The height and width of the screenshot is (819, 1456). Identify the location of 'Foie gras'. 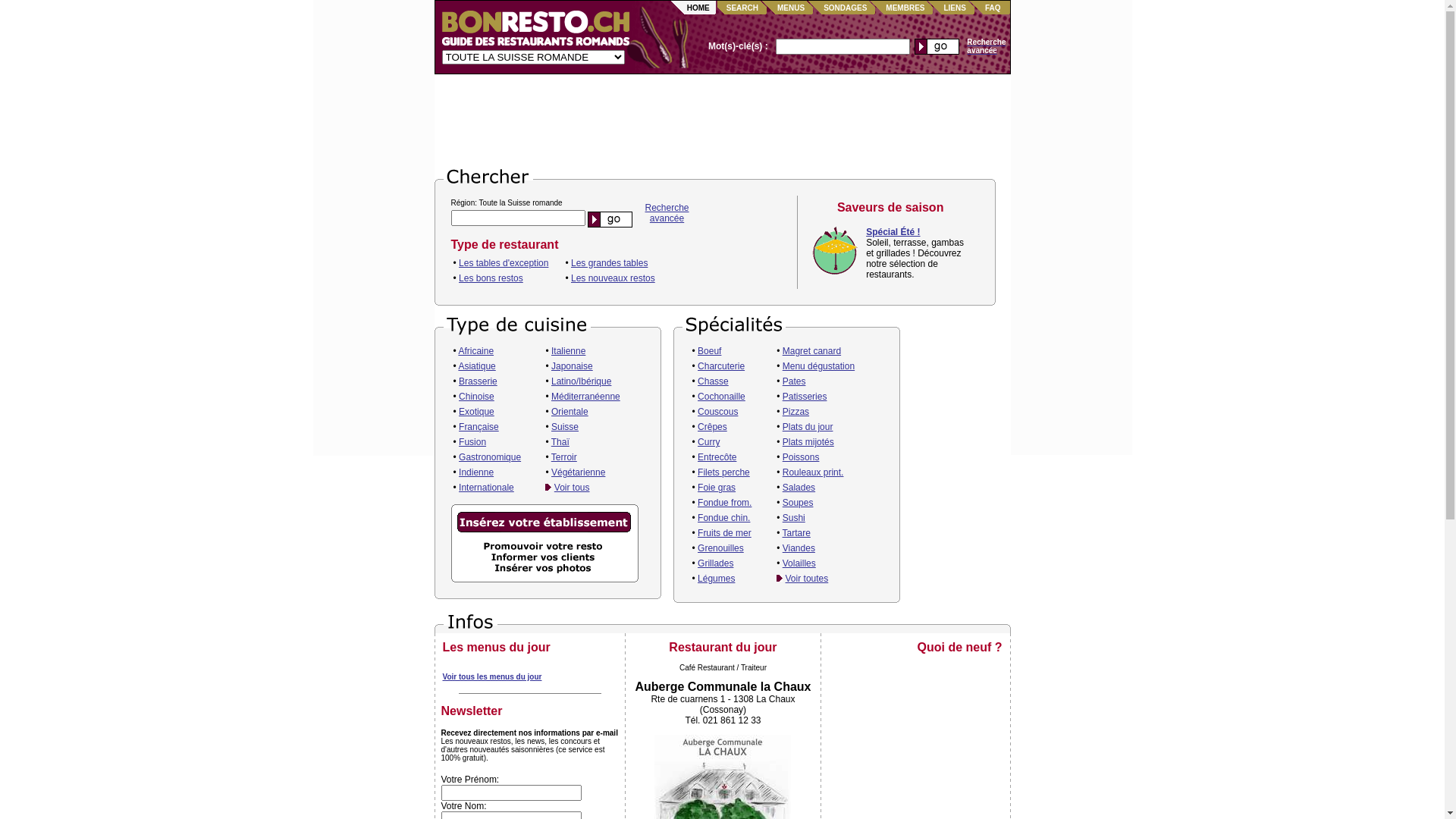
(716, 488).